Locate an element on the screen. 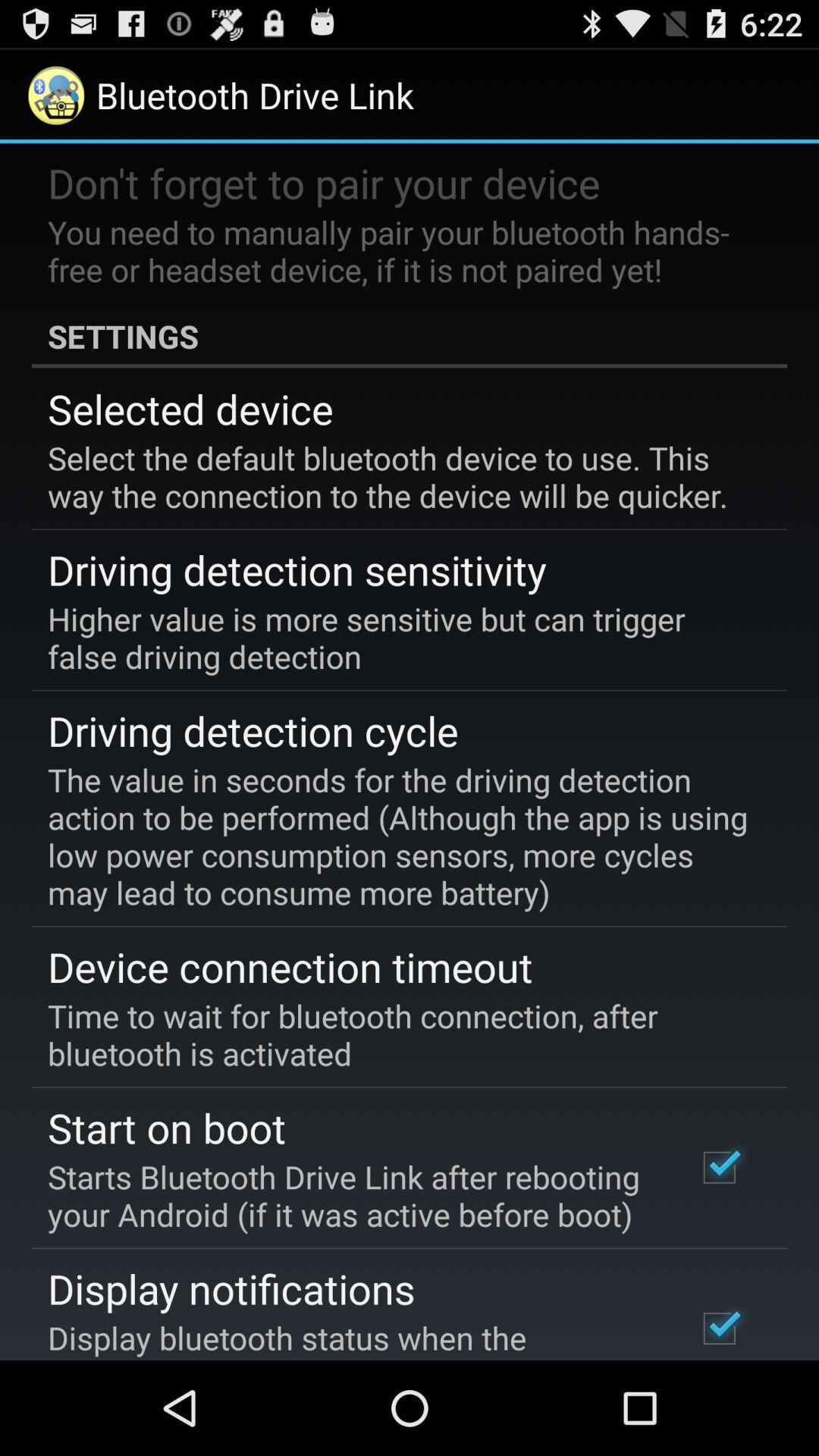  the display bluetooth status item is located at coordinates (351, 1338).